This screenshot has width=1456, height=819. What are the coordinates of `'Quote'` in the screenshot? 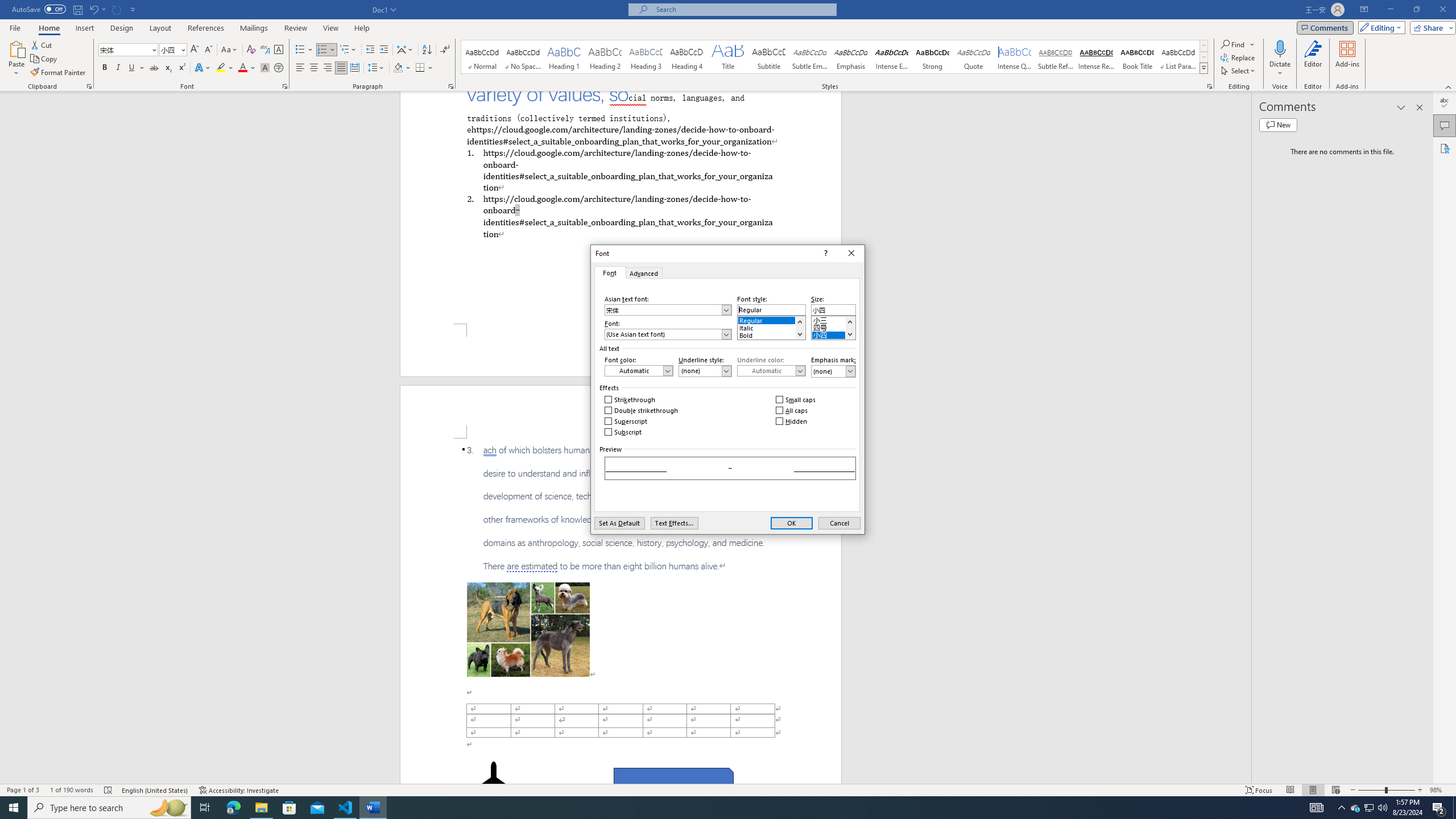 It's located at (974, 56).